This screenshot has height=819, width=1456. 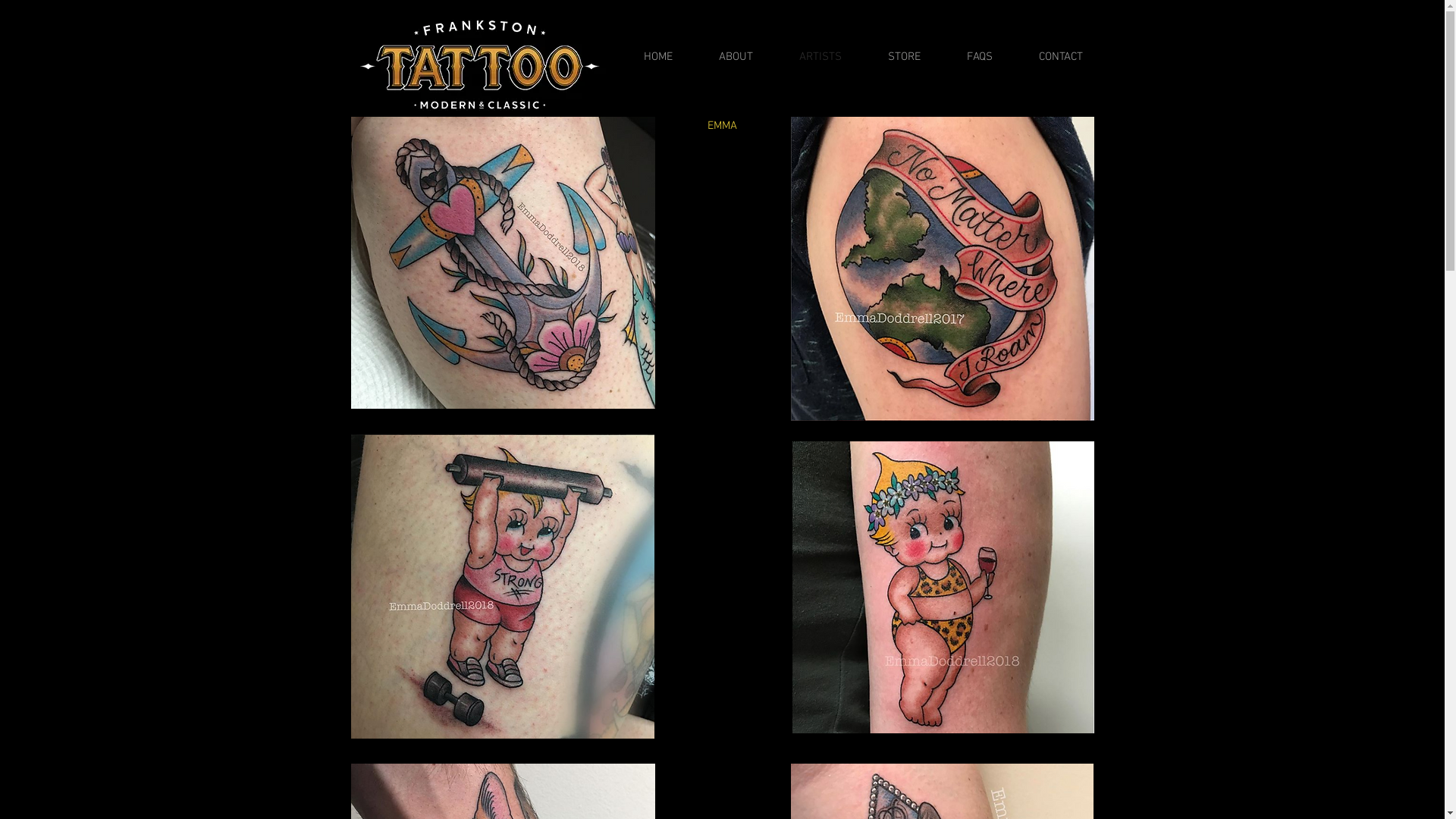 I want to click on 'STORE', so click(x=892, y=55).